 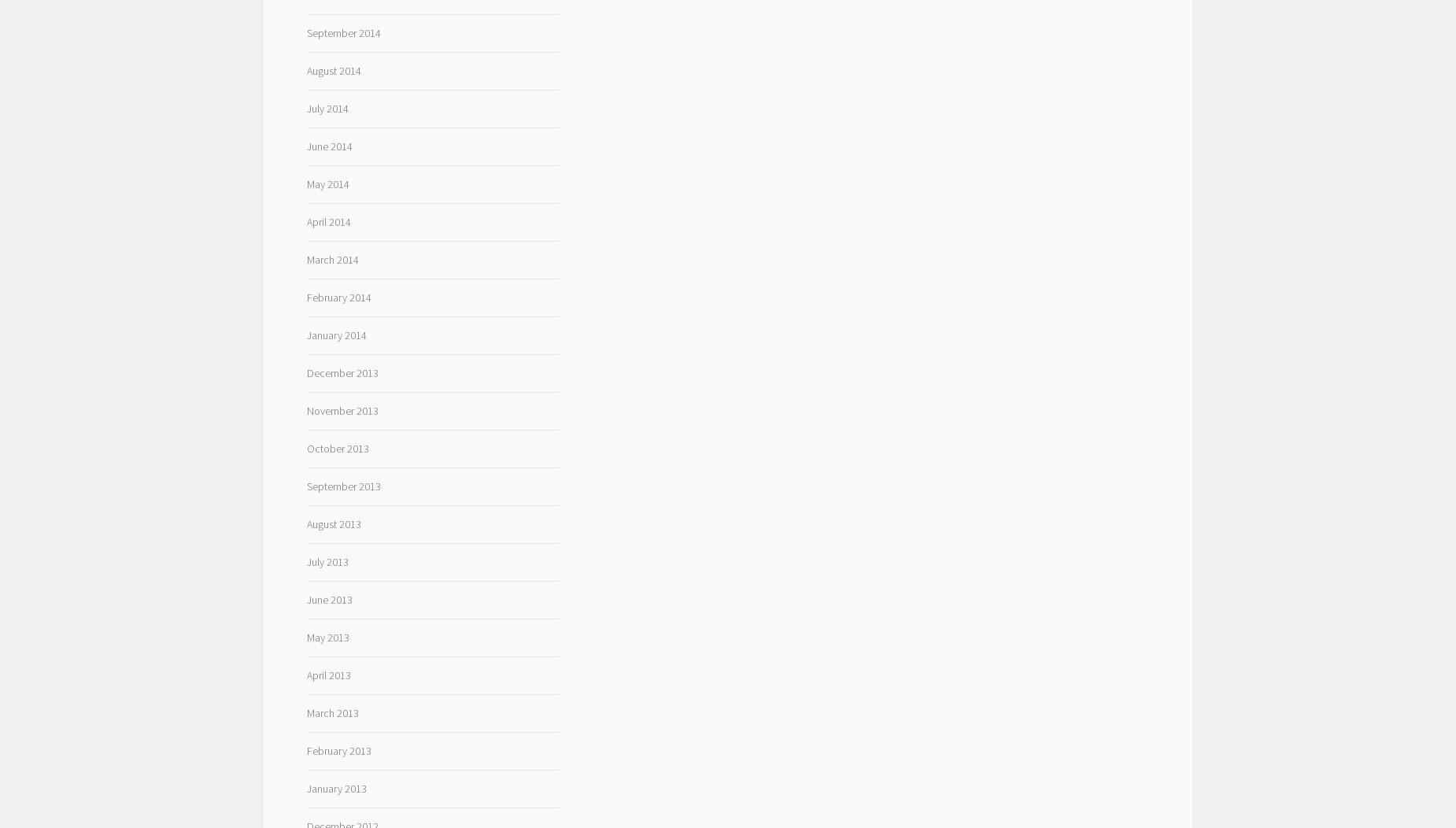 I want to click on 'March 2013', so click(x=331, y=712).